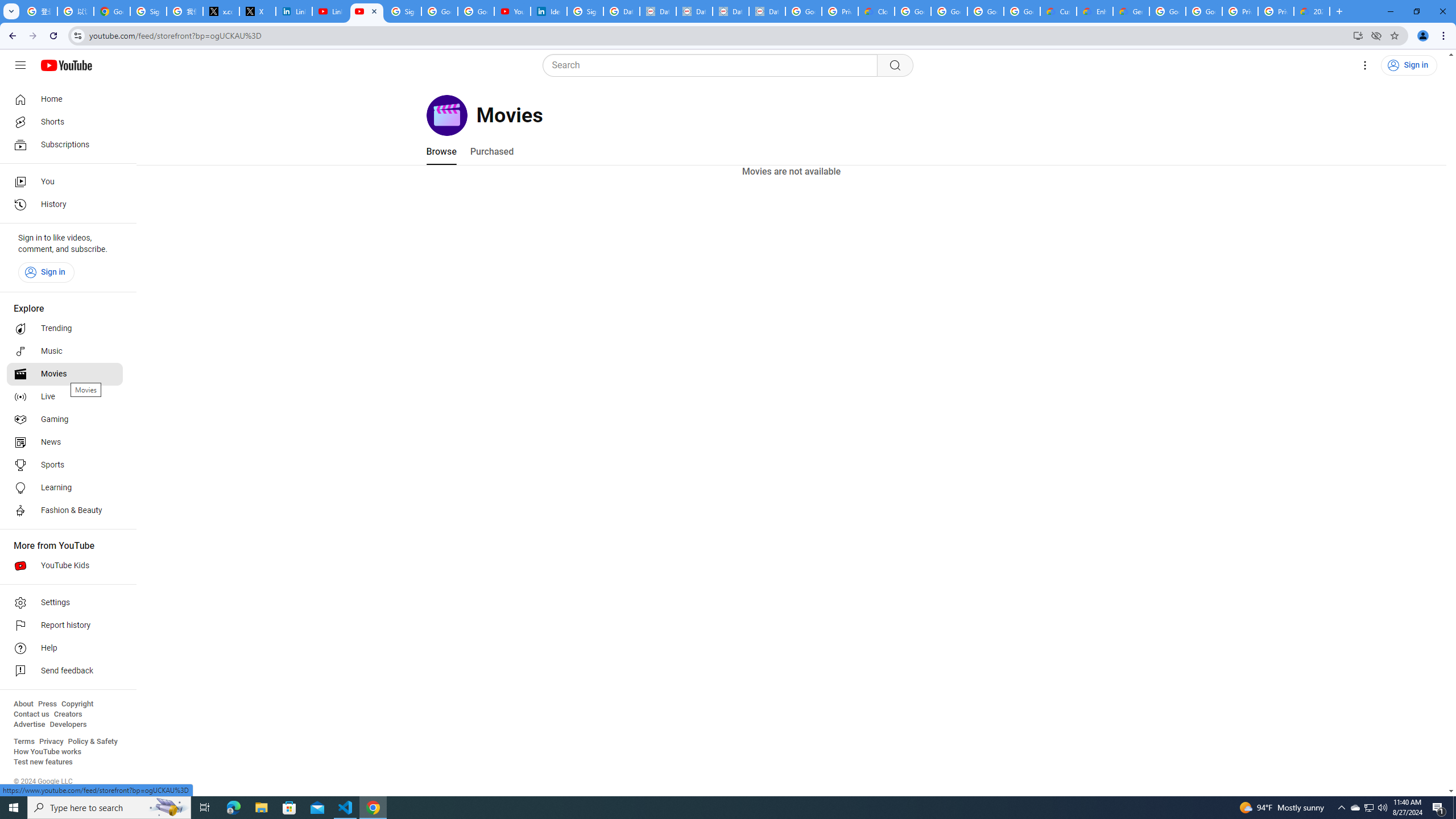  I want to click on 'News', so click(64, 442).